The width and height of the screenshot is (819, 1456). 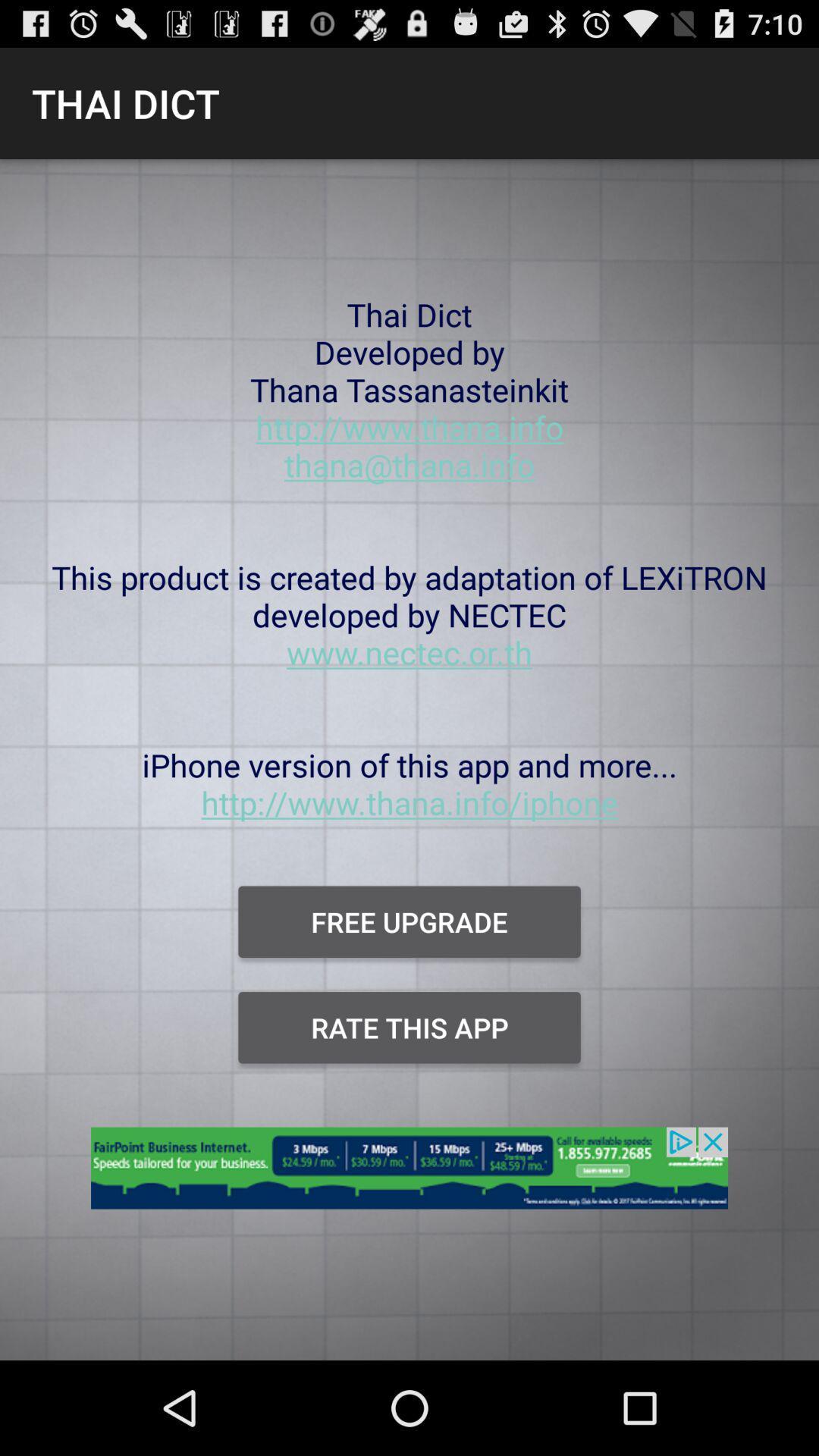 What do you see at coordinates (409, 1176) in the screenshot?
I see `advertisement` at bounding box center [409, 1176].